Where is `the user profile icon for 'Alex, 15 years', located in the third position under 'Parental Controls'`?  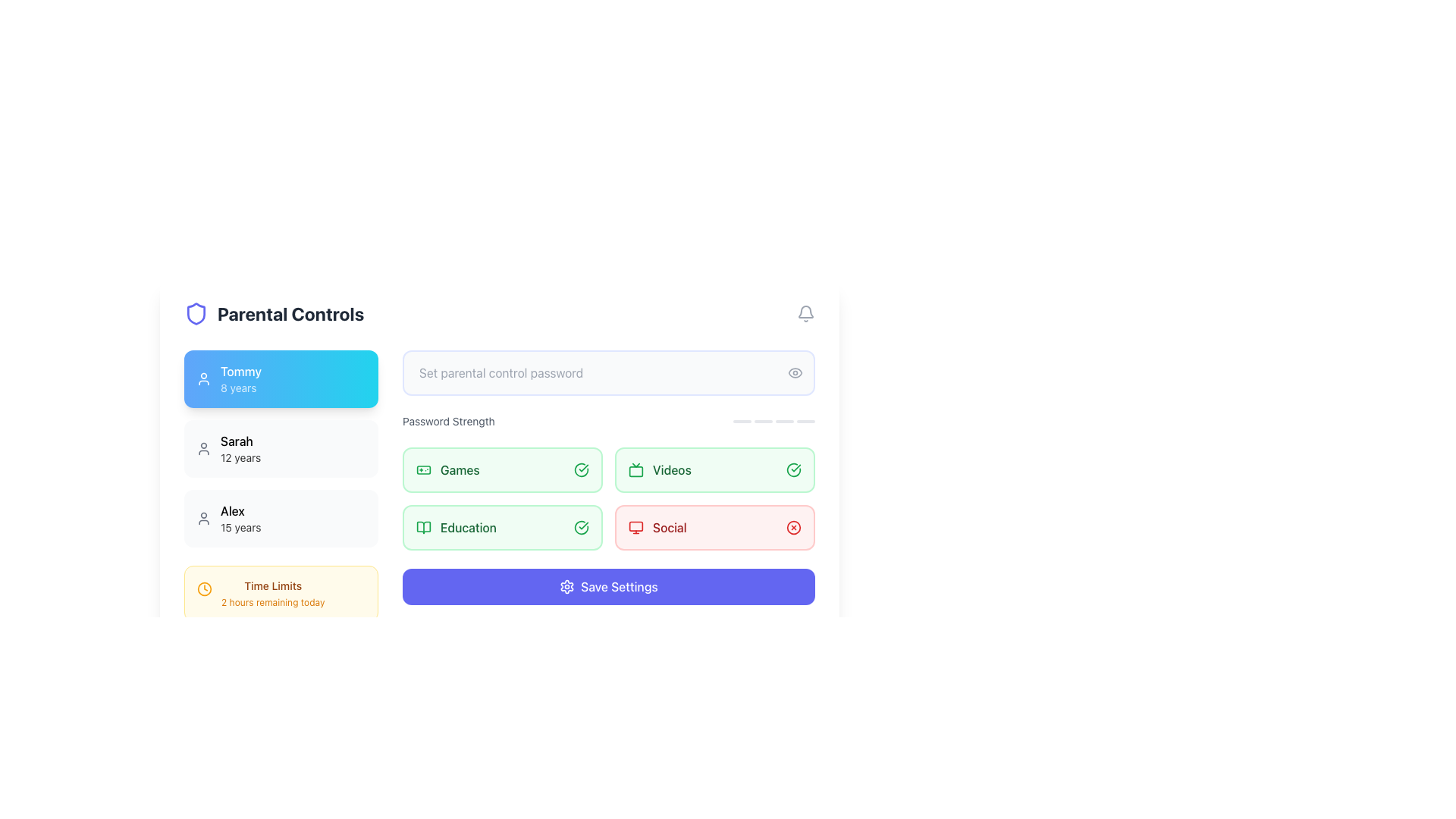 the user profile icon for 'Alex, 15 years', located in the third position under 'Parental Controls' is located at coordinates (202, 517).